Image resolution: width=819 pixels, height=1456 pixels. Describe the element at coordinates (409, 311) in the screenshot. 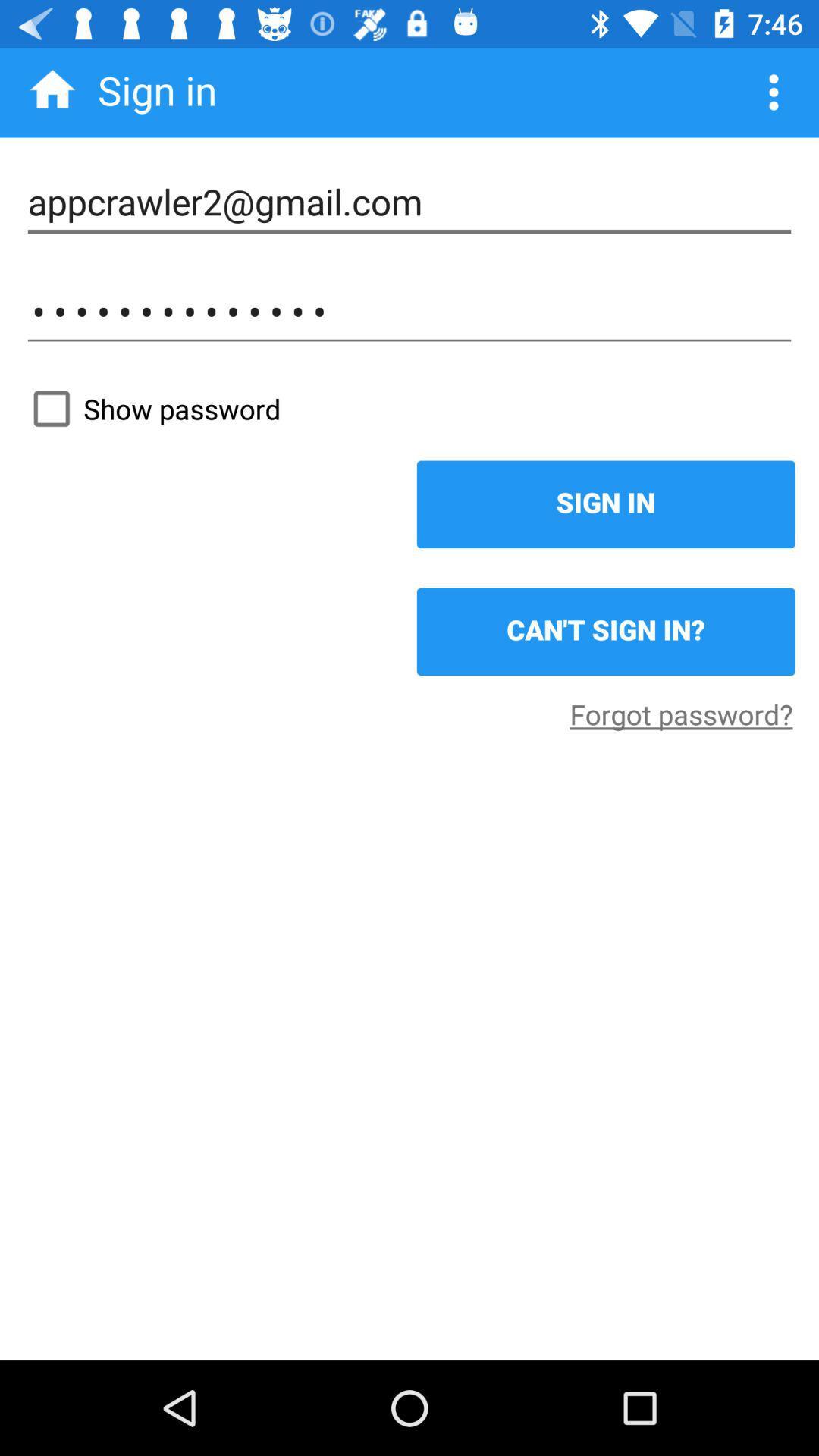

I see `icon above show password` at that location.